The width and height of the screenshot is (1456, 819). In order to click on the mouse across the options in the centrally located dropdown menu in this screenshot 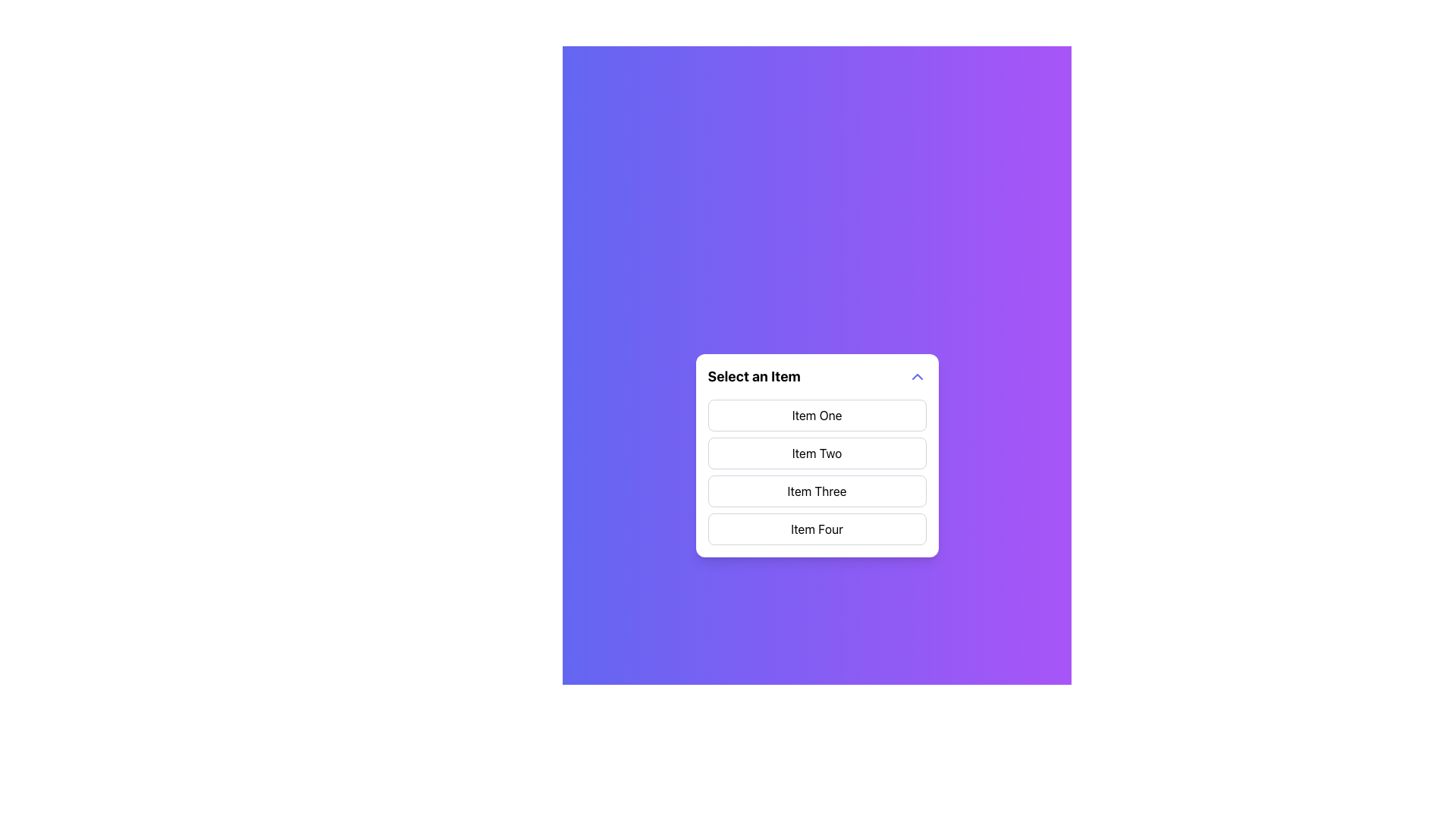, I will do `click(816, 455)`.